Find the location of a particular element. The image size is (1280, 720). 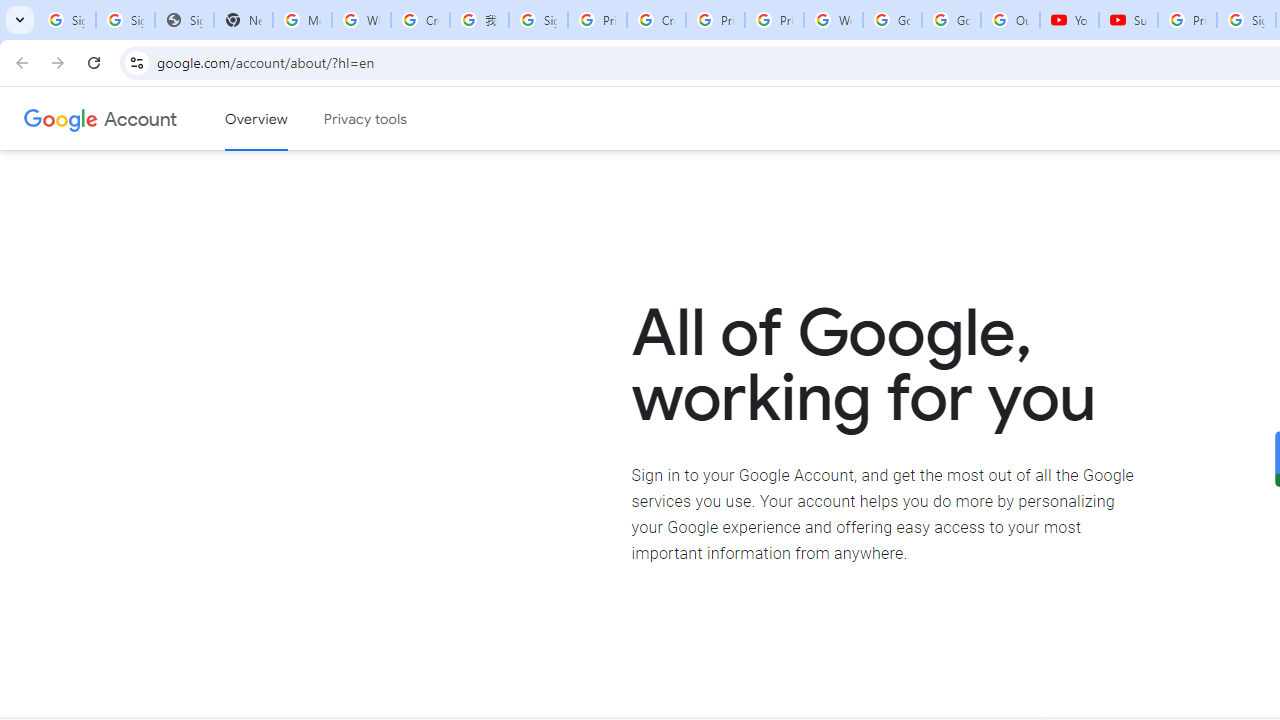

'Google logo' is located at coordinates (61, 118).